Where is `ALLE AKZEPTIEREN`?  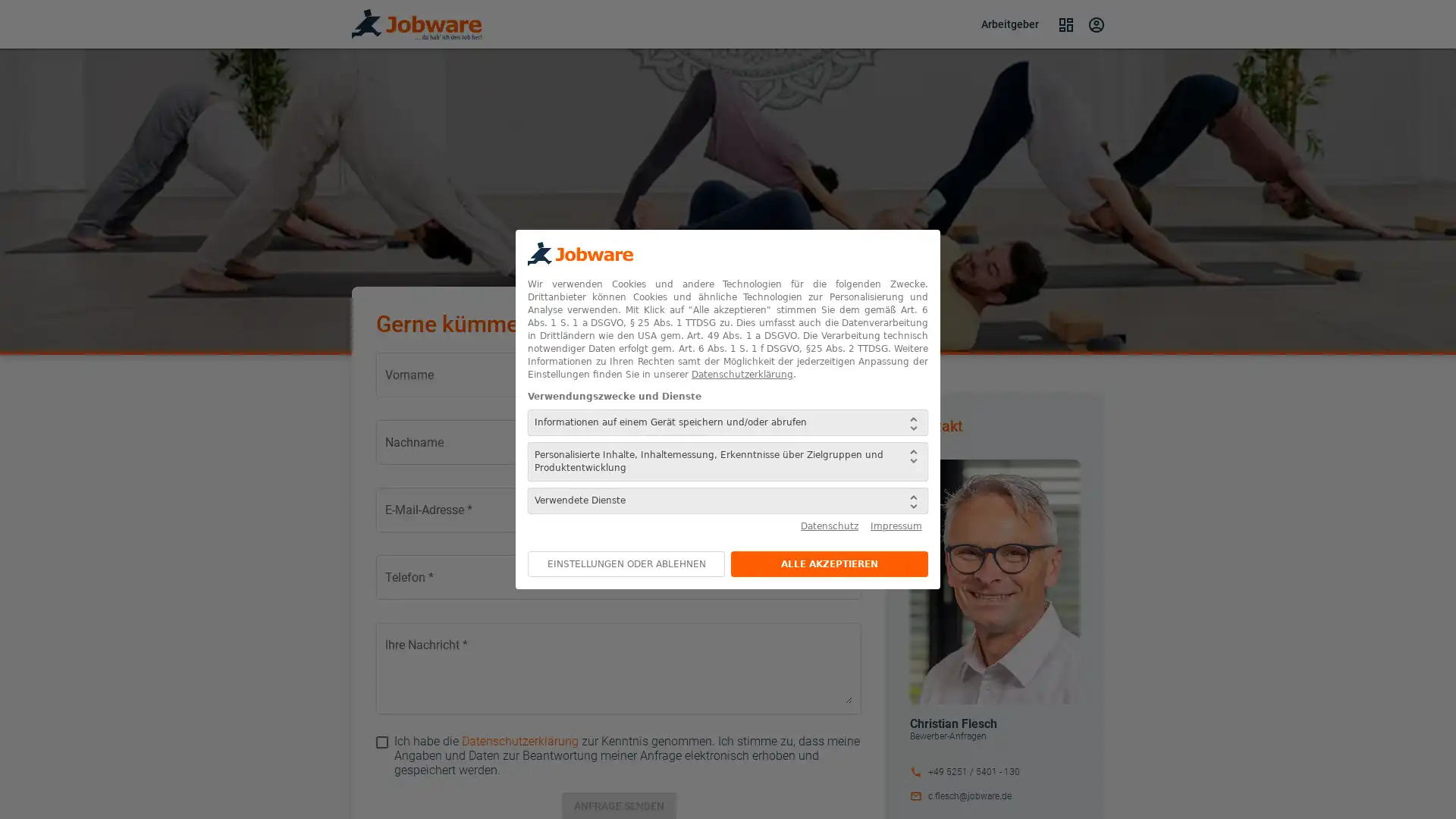 ALLE AKZEPTIEREN is located at coordinates (829, 564).